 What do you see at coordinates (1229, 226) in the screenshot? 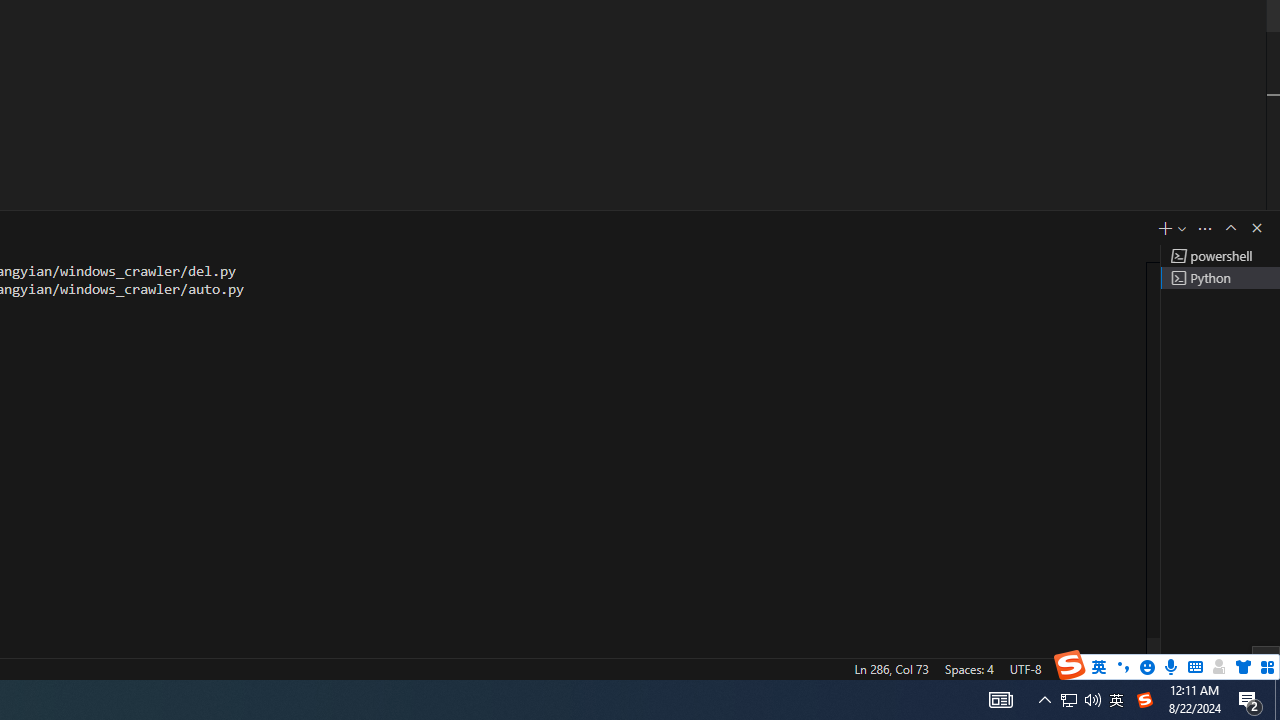
I see `'Maximize Panel Size'` at bounding box center [1229, 226].